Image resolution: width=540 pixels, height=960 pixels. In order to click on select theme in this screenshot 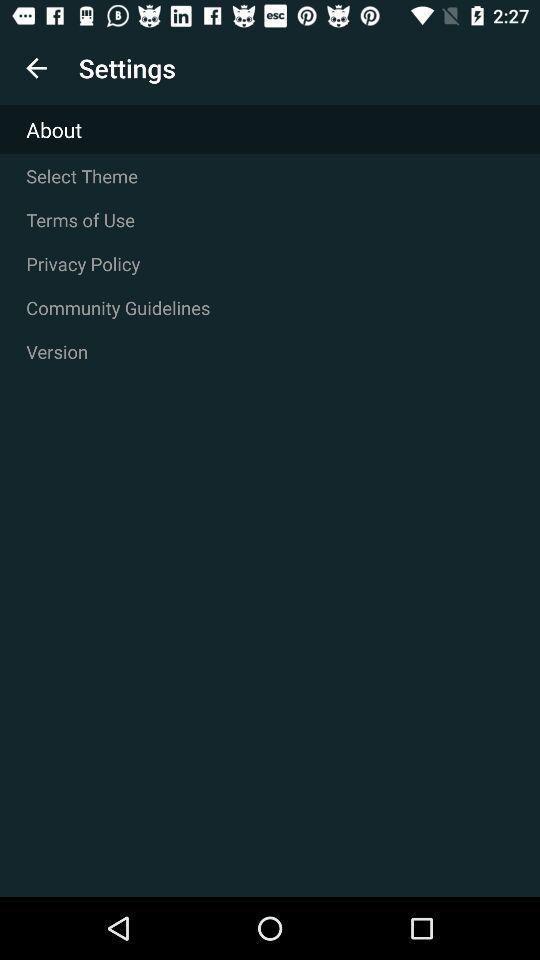, I will do `click(270, 175)`.